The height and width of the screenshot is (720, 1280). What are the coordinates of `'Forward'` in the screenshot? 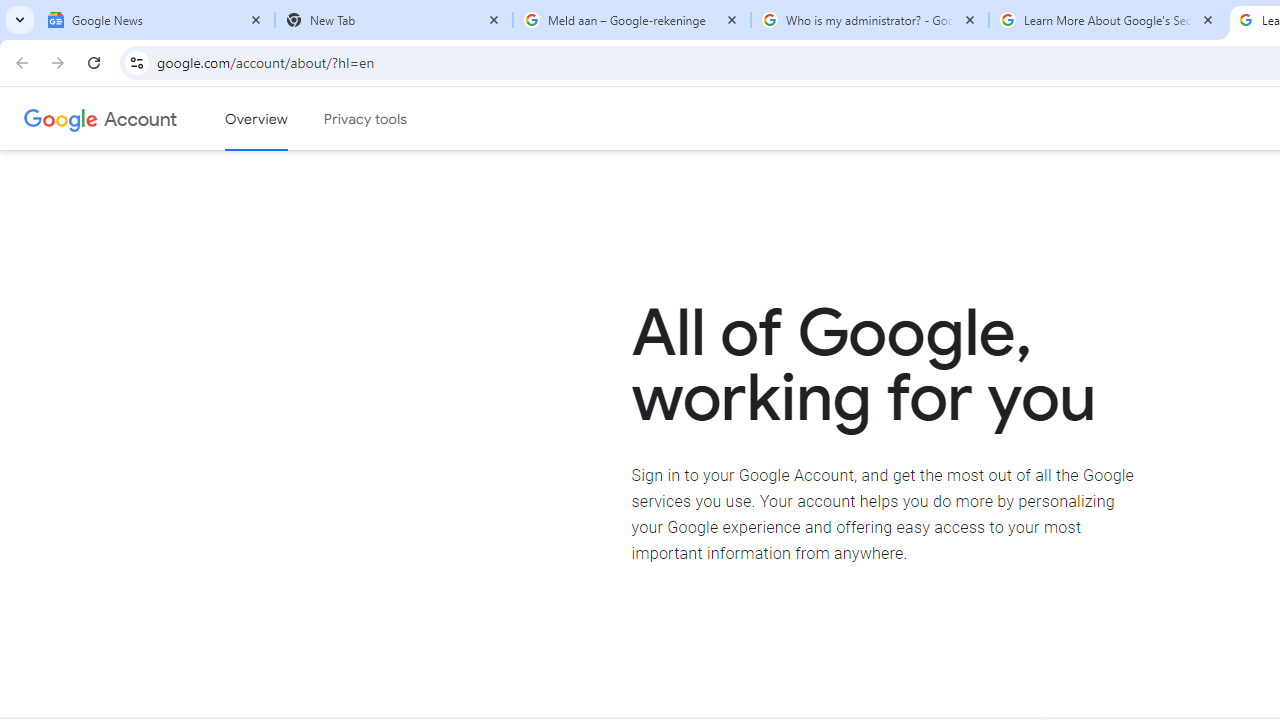 It's located at (58, 61).